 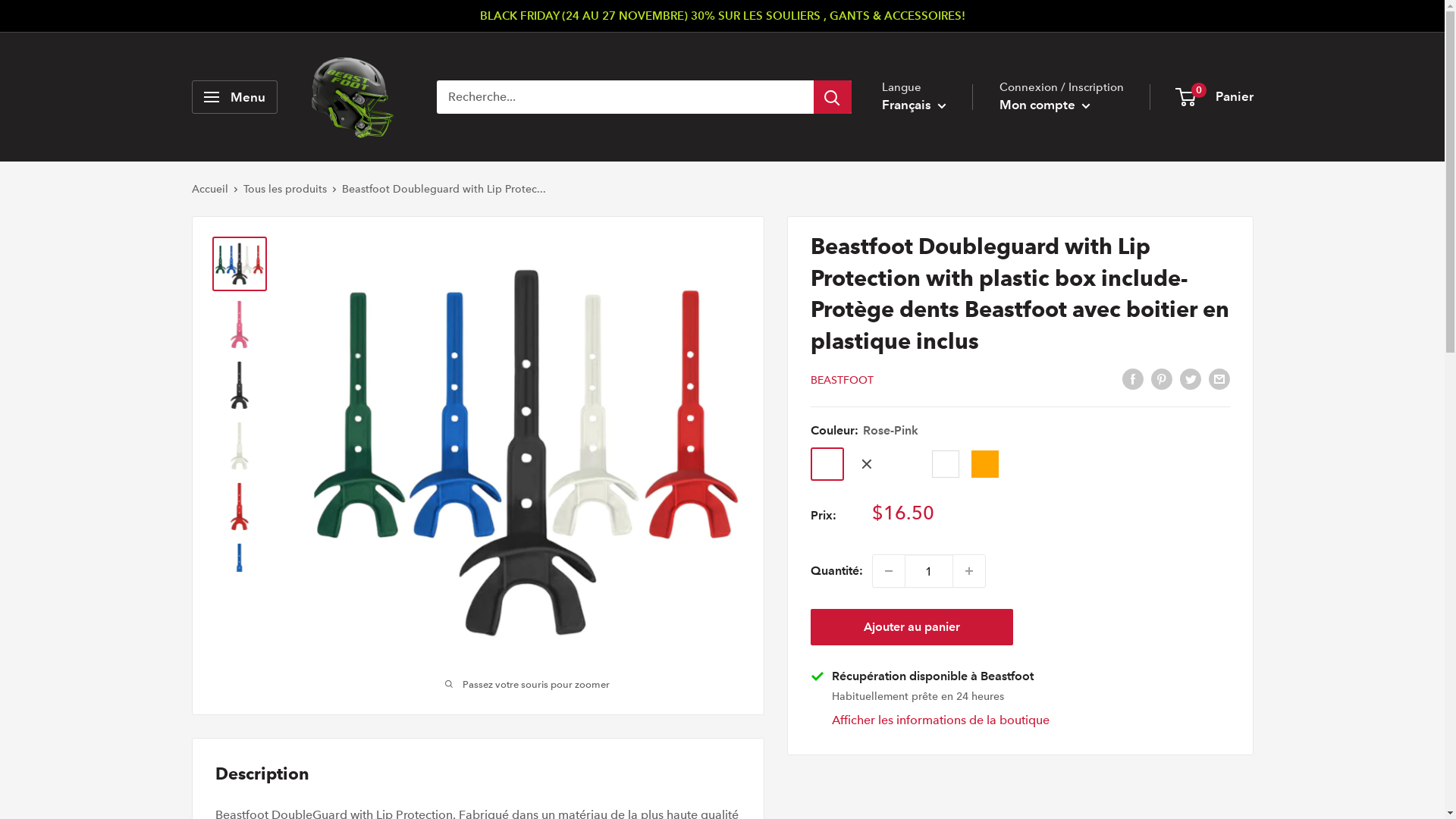 I want to click on 'en', so click(x=927, y=169).